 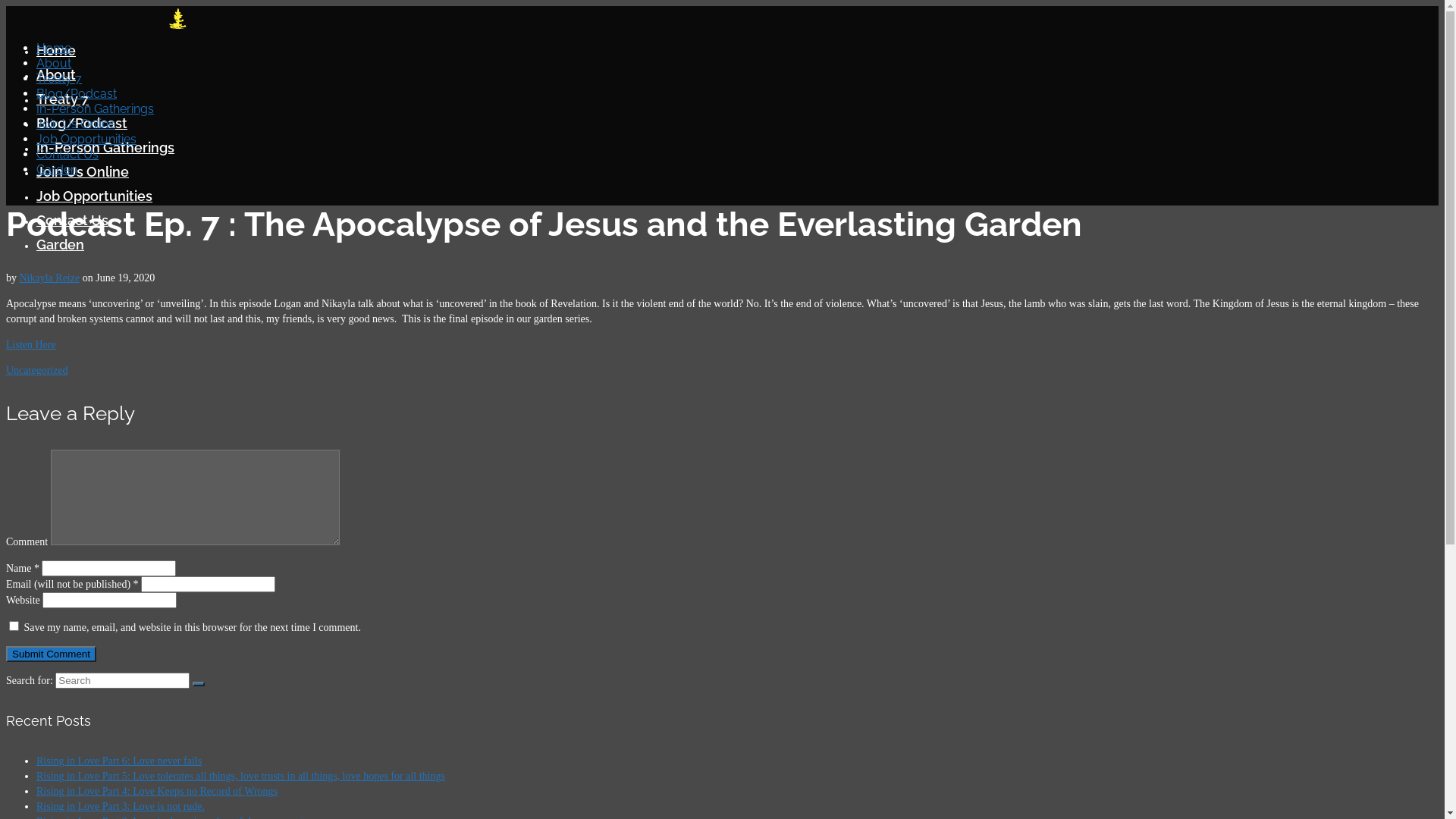 What do you see at coordinates (55, 74) in the screenshot?
I see `'About'` at bounding box center [55, 74].